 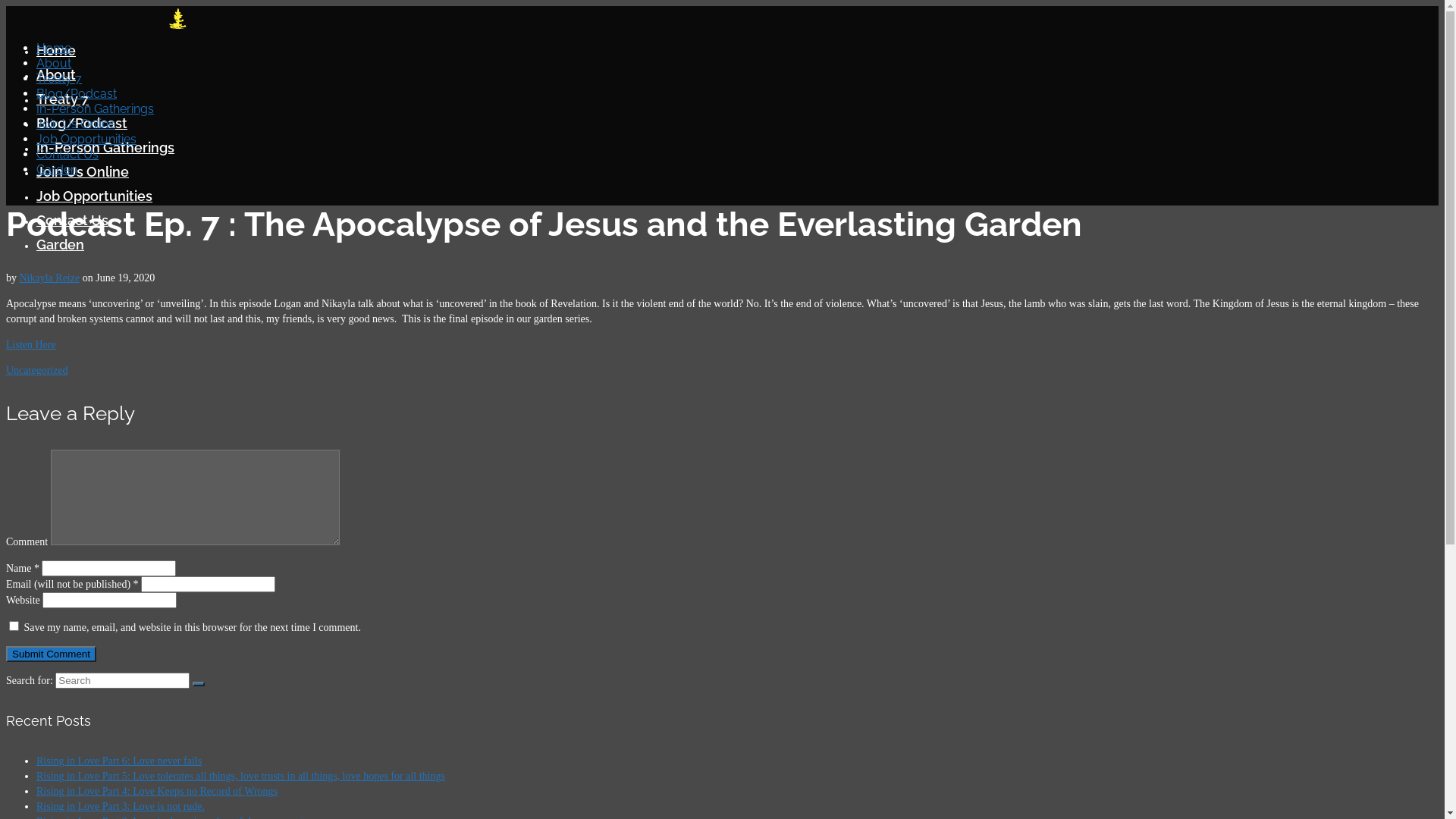 What do you see at coordinates (55, 74) in the screenshot?
I see `'About'` at bounding box center [55, 74].